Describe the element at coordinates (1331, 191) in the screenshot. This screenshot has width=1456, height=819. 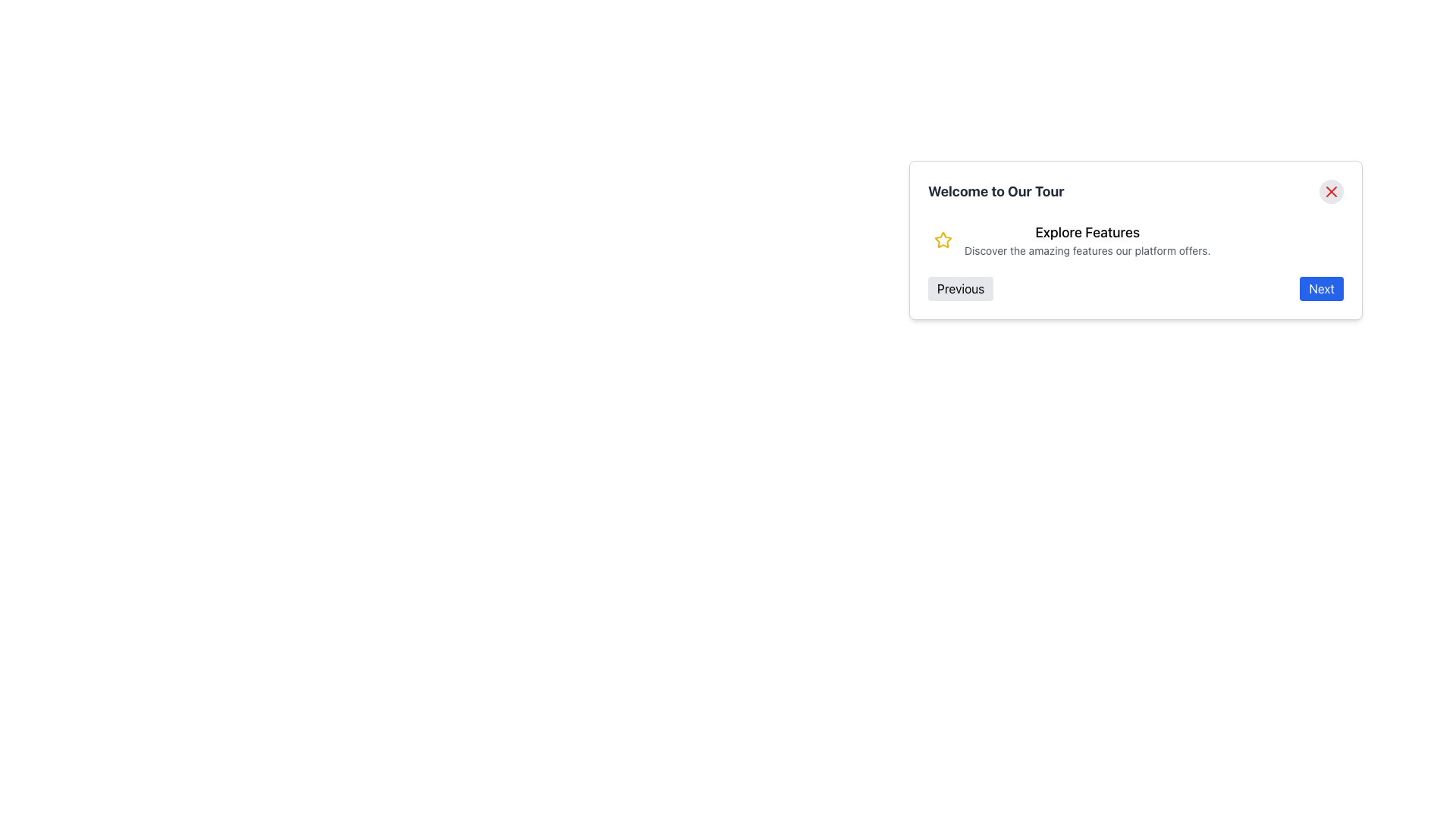
I see `the red 'X' Close button in the top-right corner of the 'Welcome to Our Tour' modal dialog` at that location.